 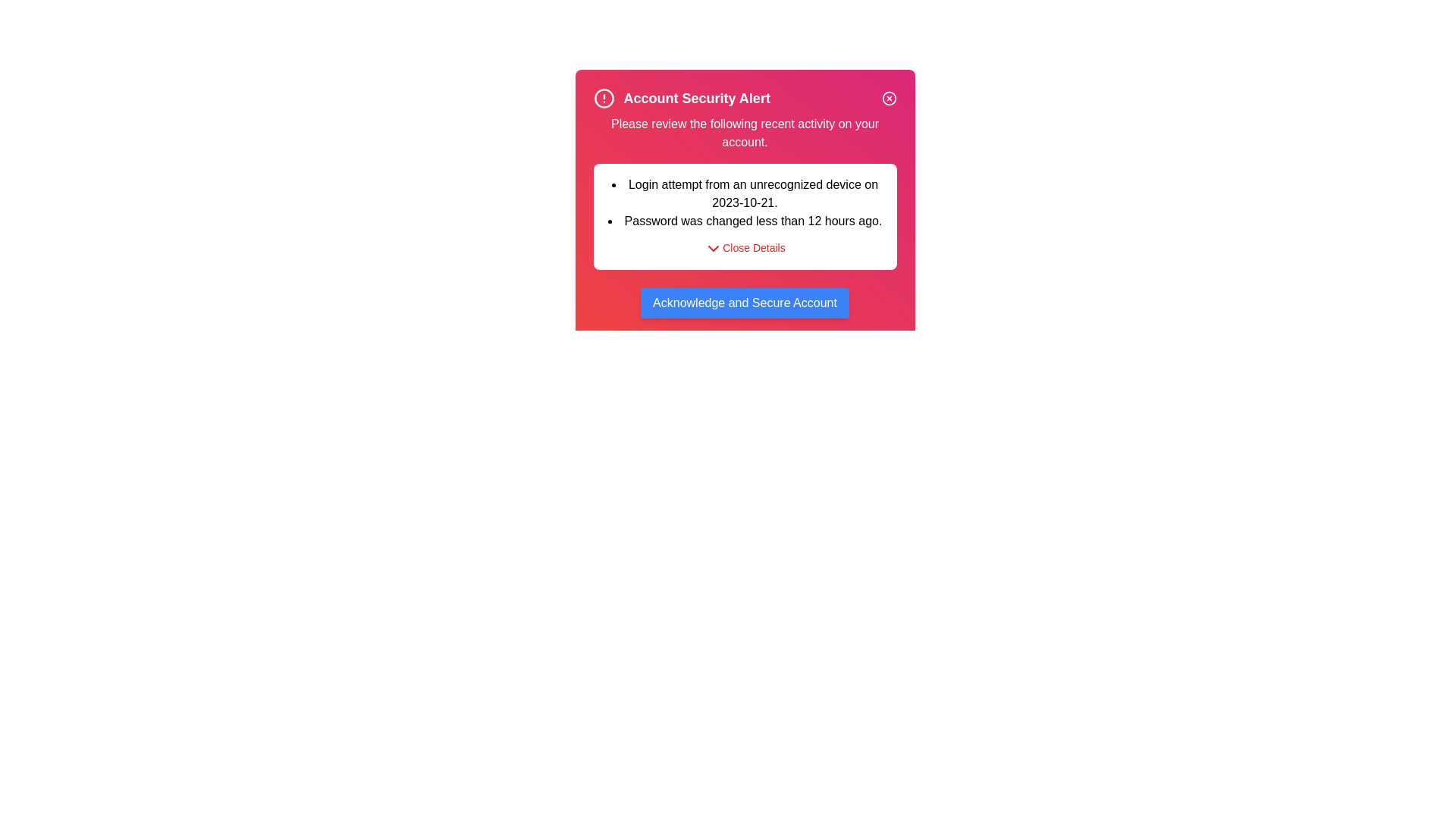 What do you see at coordinates (745, 247) in the screenshot?
I see `the red text link labeled 'Close Details' located at the bottom of the modal window` at bounding box center [745, 247].